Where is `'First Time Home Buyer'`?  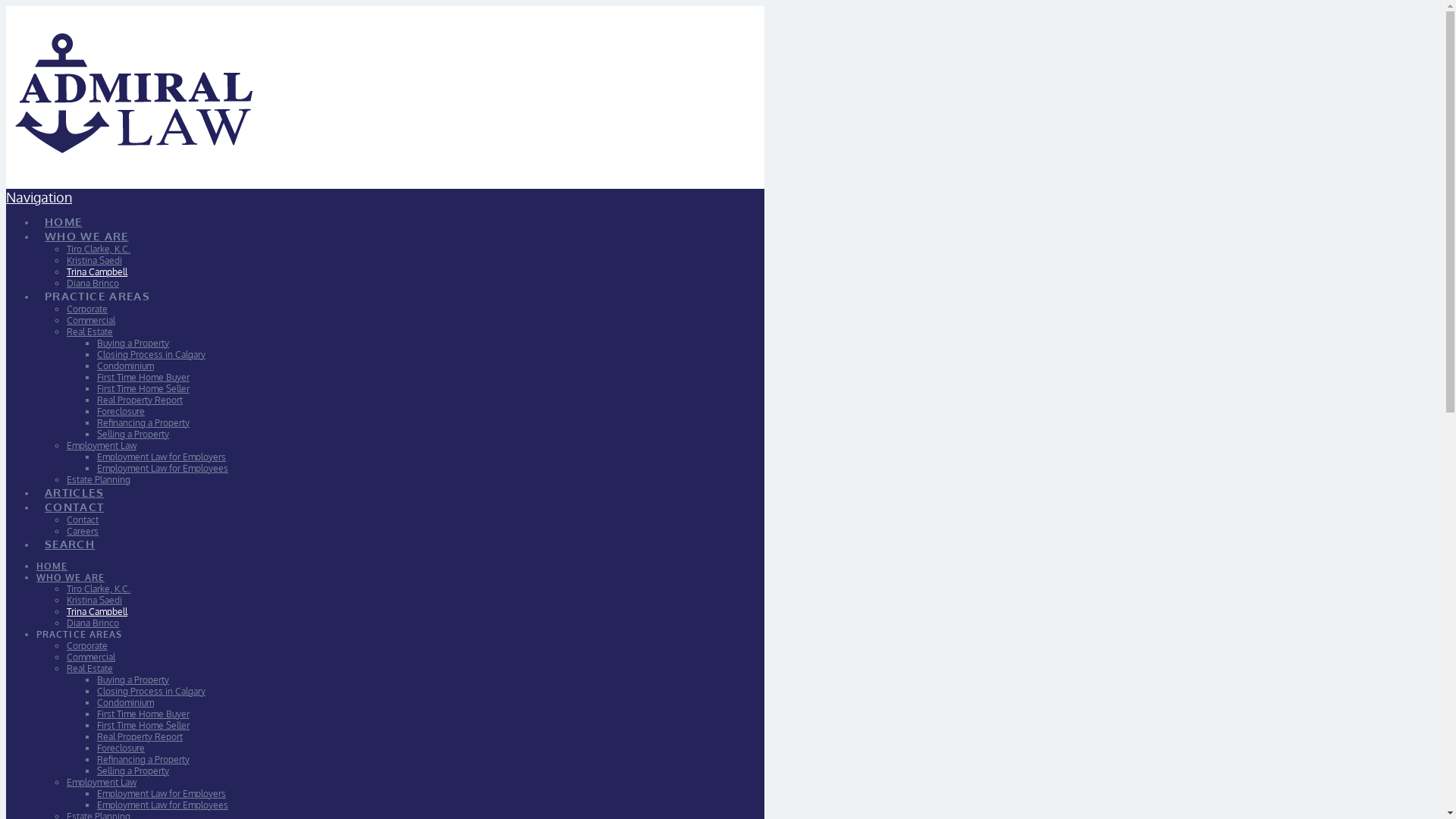 'First Time Home Buyer' is located at coordinates (96, 376).